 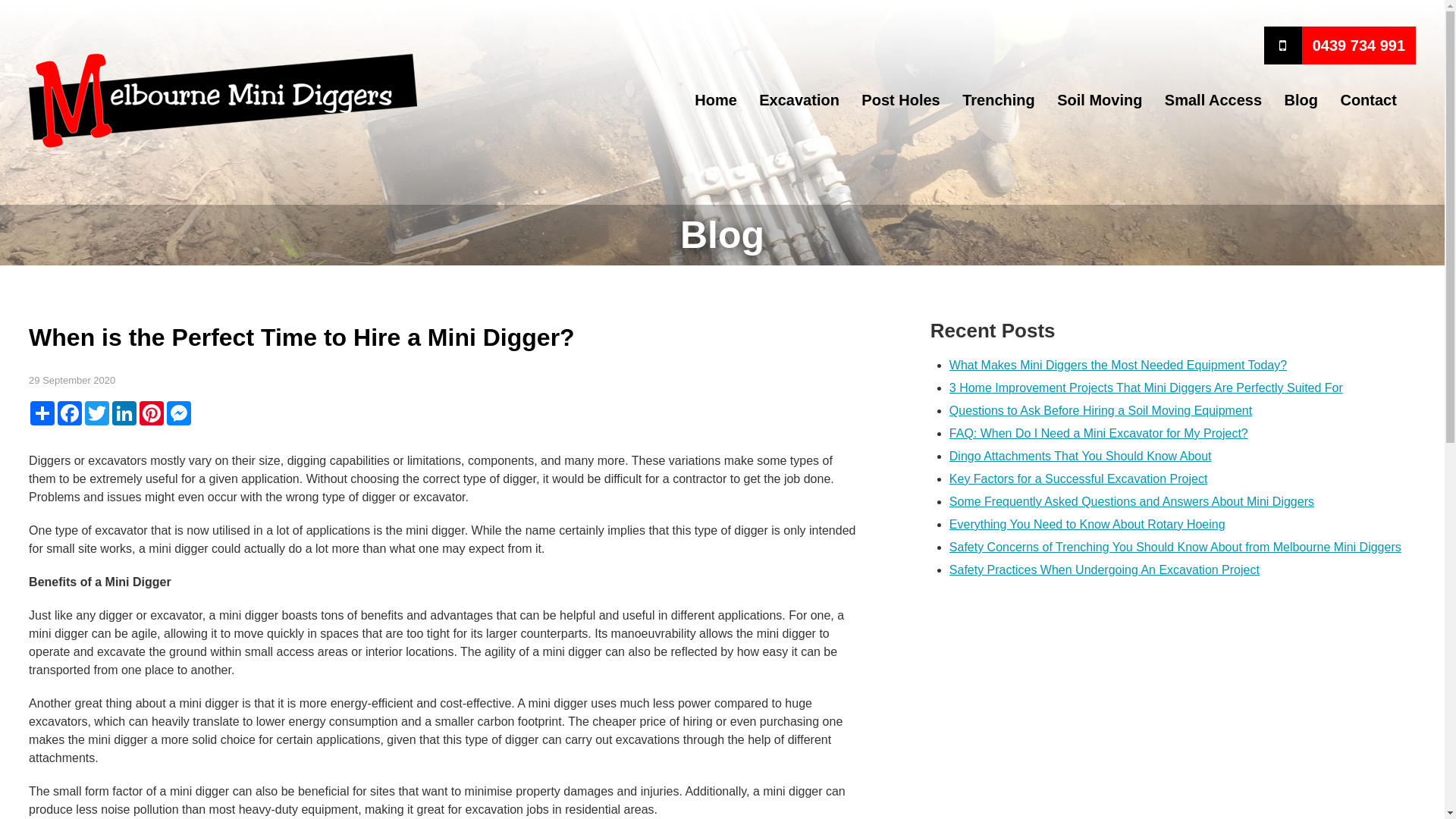 I want to click on 'Facebook', so click(x=68, y=413).